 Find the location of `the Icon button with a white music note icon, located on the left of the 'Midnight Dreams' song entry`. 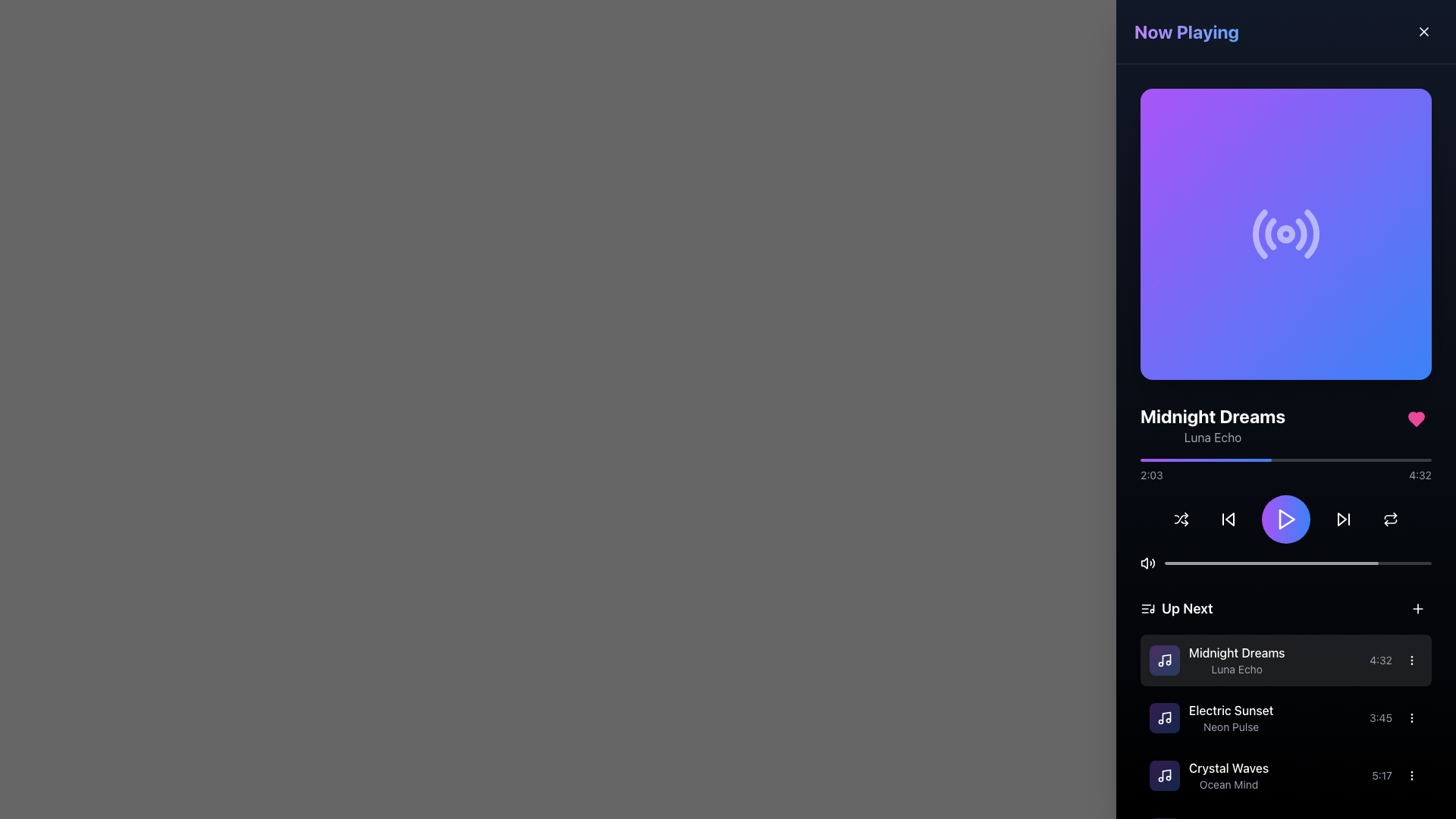

the Icon button with a white music note icon, located on the left of the 'Midnight Dreams' song entry is located at coordinates (1164, 660).